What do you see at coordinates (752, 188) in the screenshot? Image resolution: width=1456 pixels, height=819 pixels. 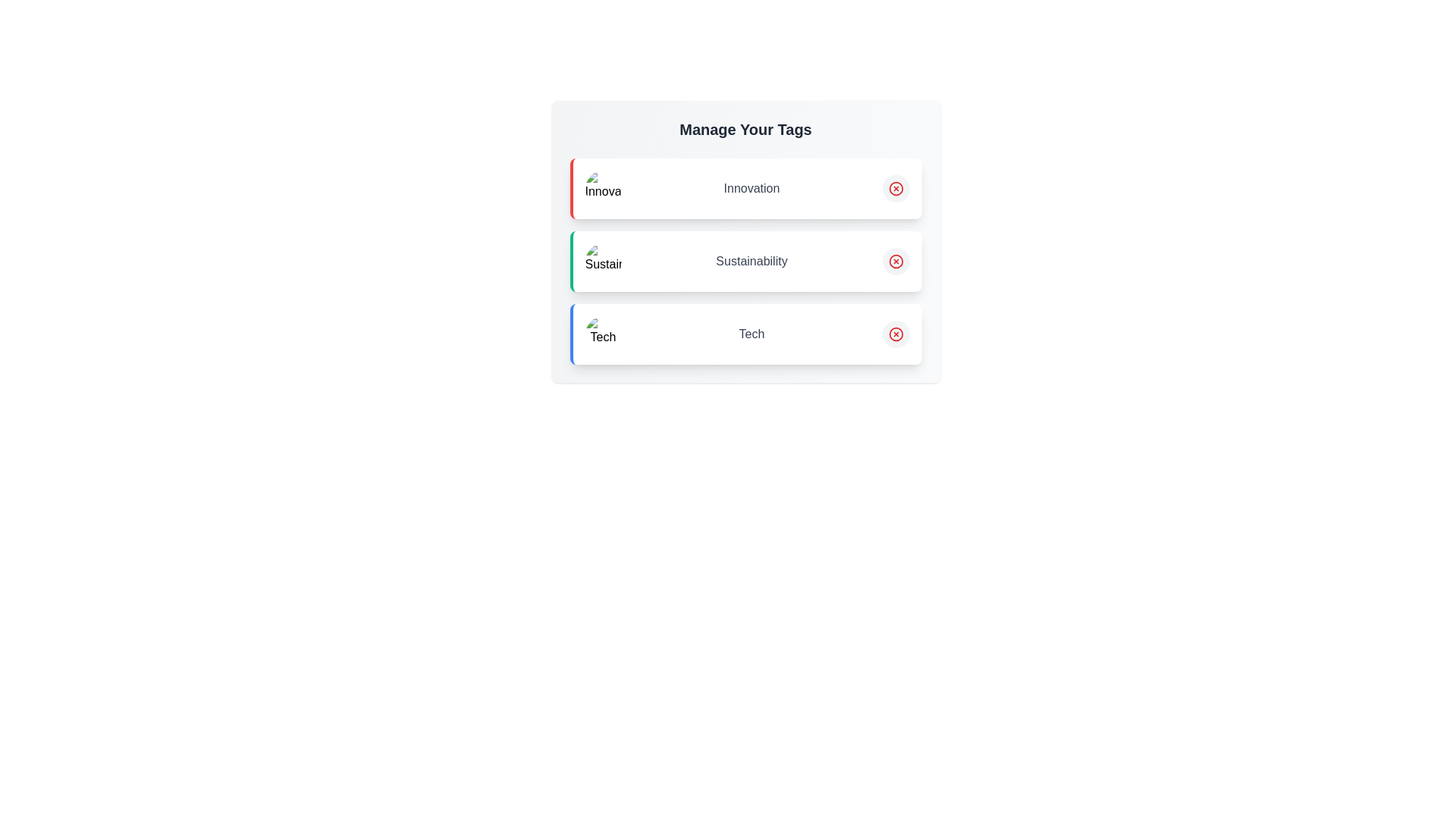 I see `the text of the tag labeled 'Innovation' to initiate editing` at bounding box center [752, 188].